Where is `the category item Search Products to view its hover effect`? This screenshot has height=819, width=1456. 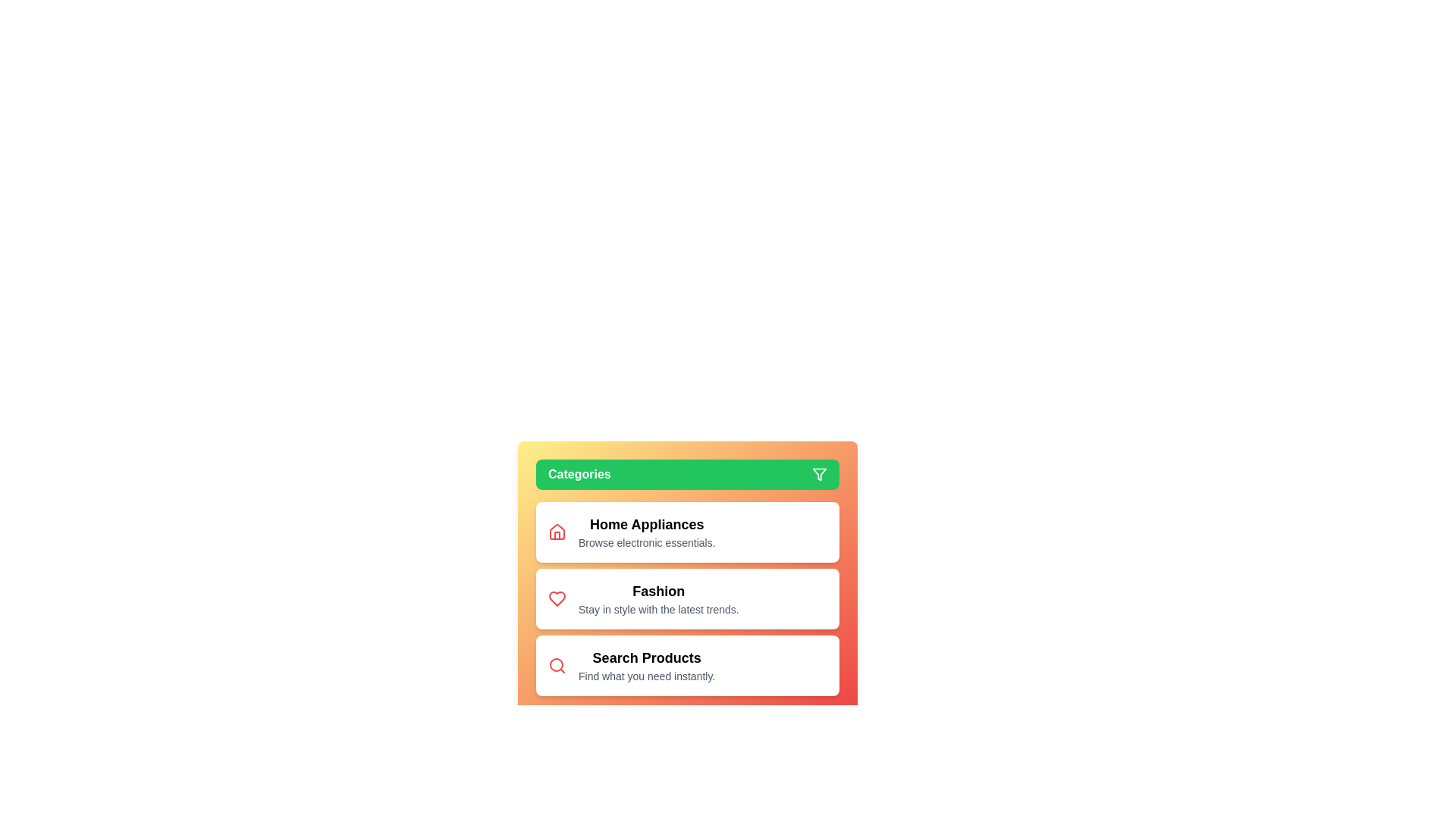
the category item Search Products to view its hover effect is located at coordinates (647, 665).